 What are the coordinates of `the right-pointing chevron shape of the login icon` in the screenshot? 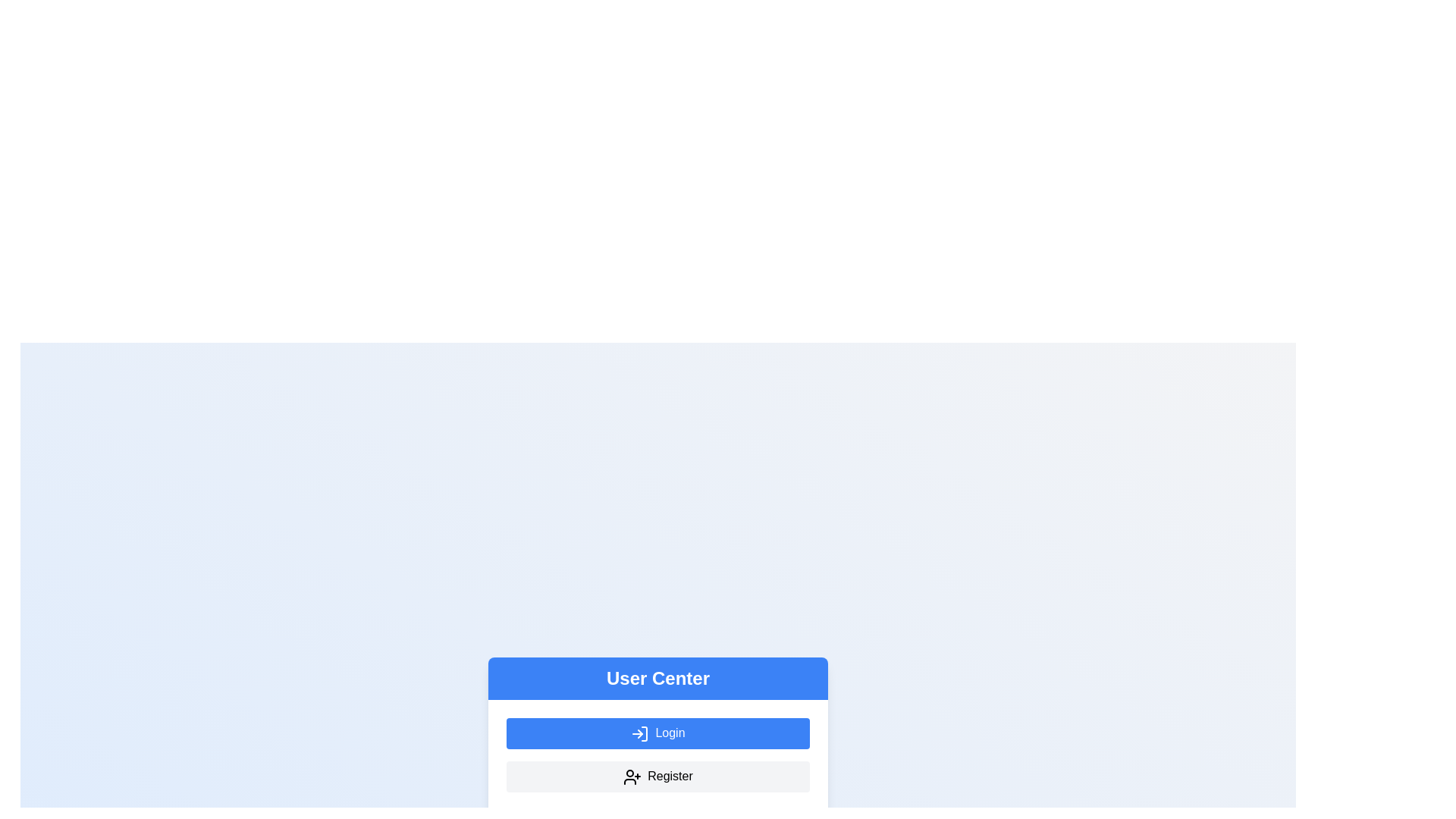 It's located at (640, 733).